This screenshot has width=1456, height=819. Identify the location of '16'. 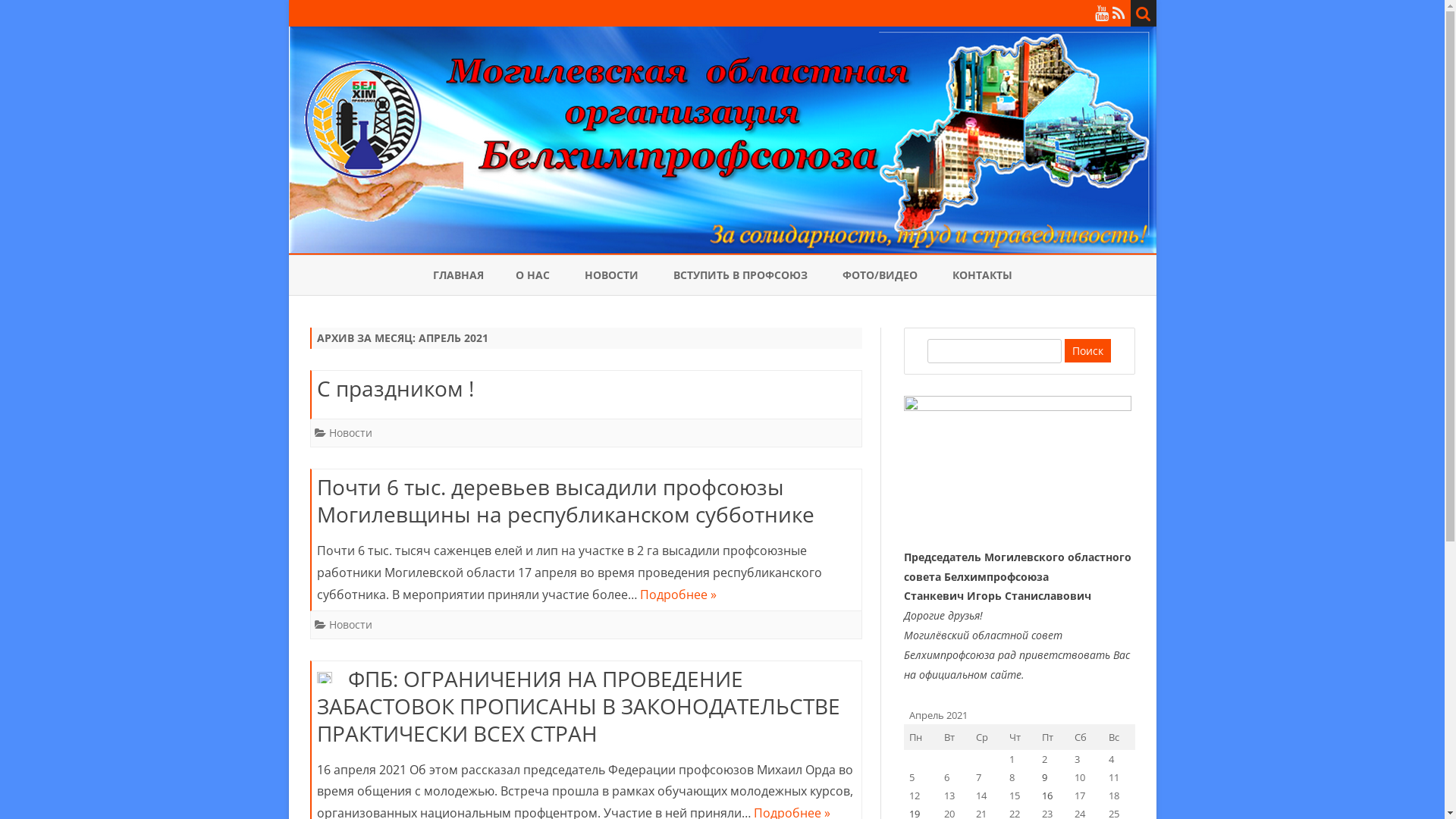
(1040, 795).